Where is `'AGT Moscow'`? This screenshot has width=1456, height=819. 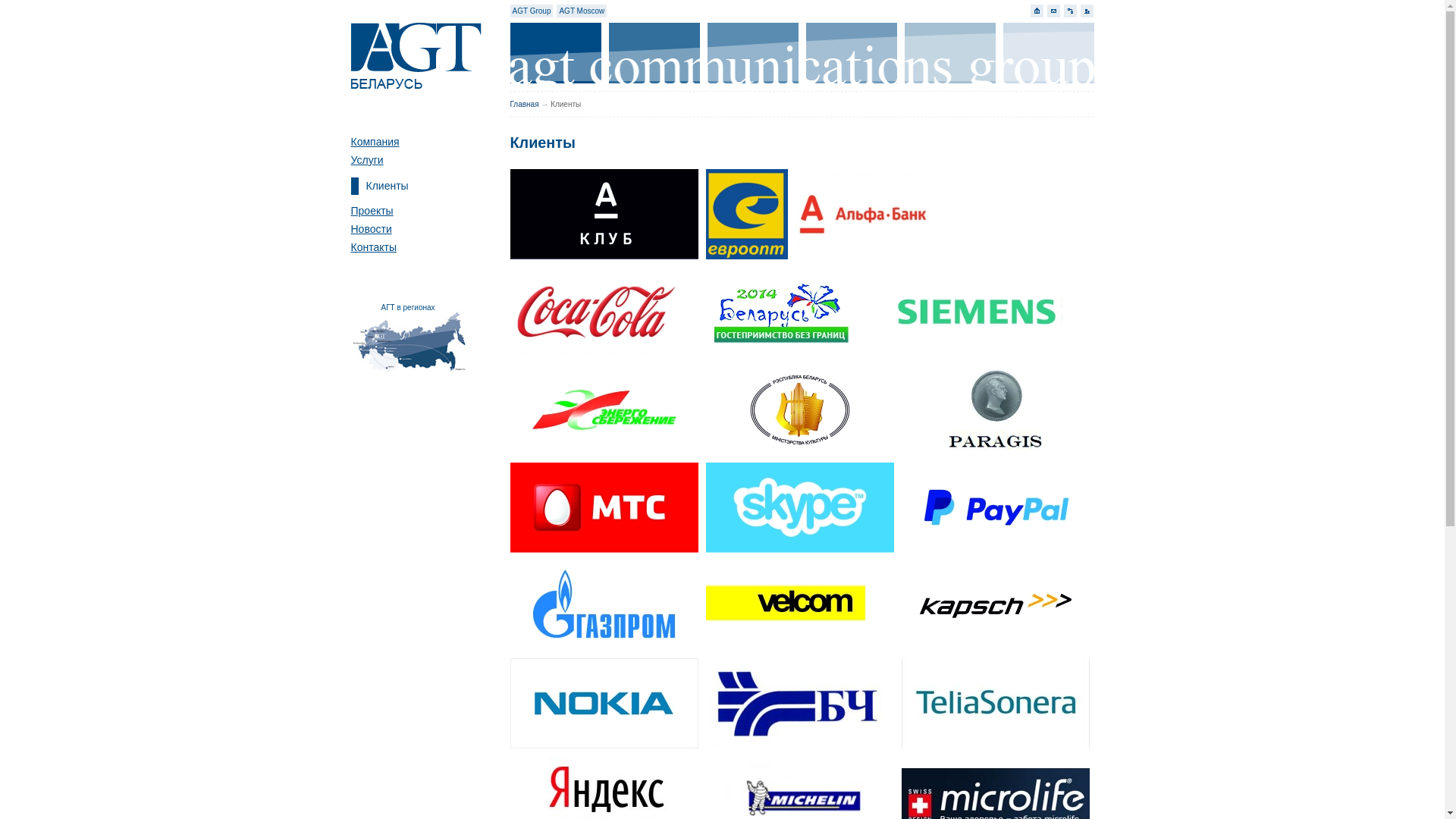 'AGT Moscow' is located at coordinates (581, 11).